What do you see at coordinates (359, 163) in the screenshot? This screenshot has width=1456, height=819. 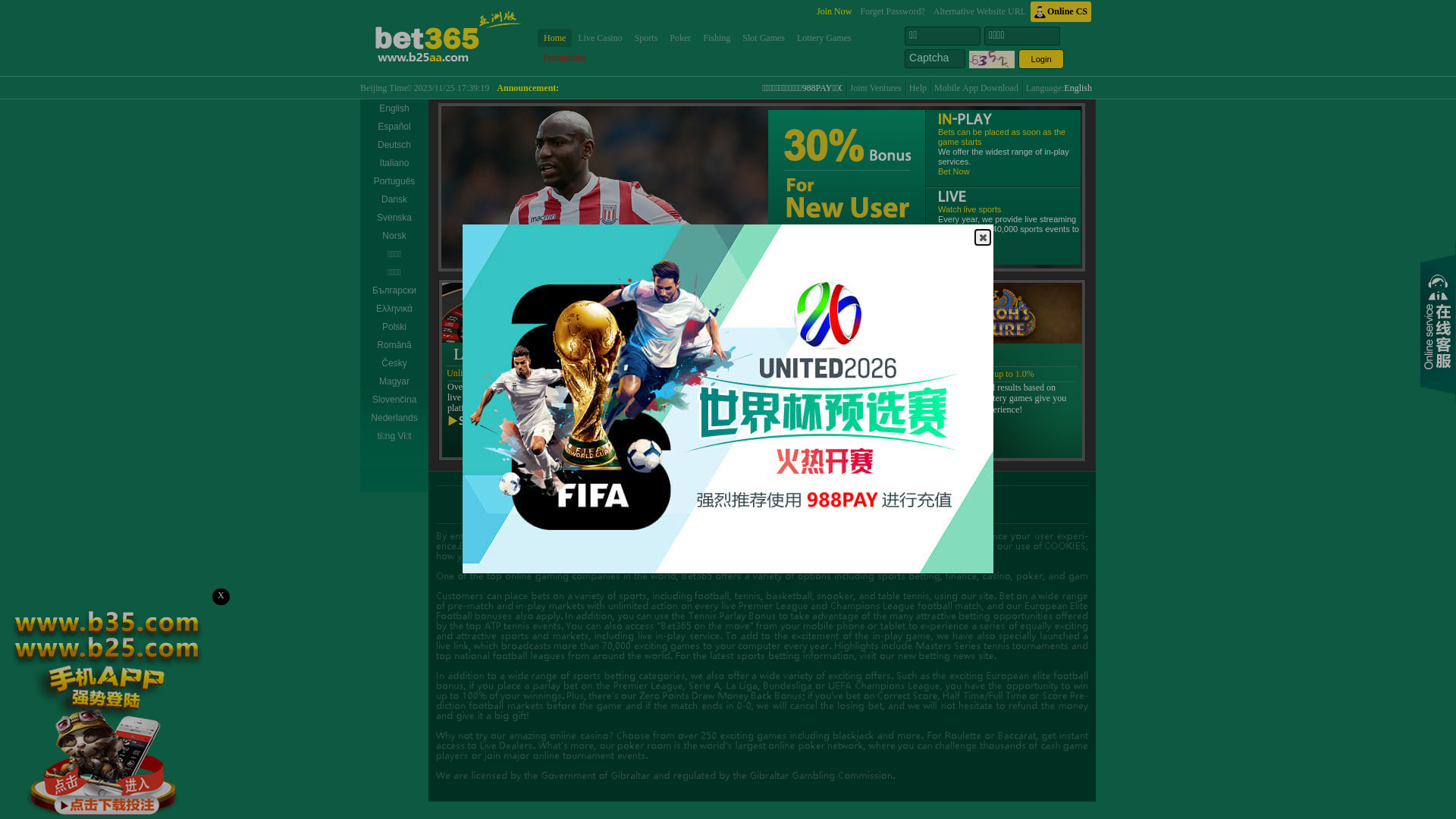 I see `'Italiano'` at bounding box center [359, 163].